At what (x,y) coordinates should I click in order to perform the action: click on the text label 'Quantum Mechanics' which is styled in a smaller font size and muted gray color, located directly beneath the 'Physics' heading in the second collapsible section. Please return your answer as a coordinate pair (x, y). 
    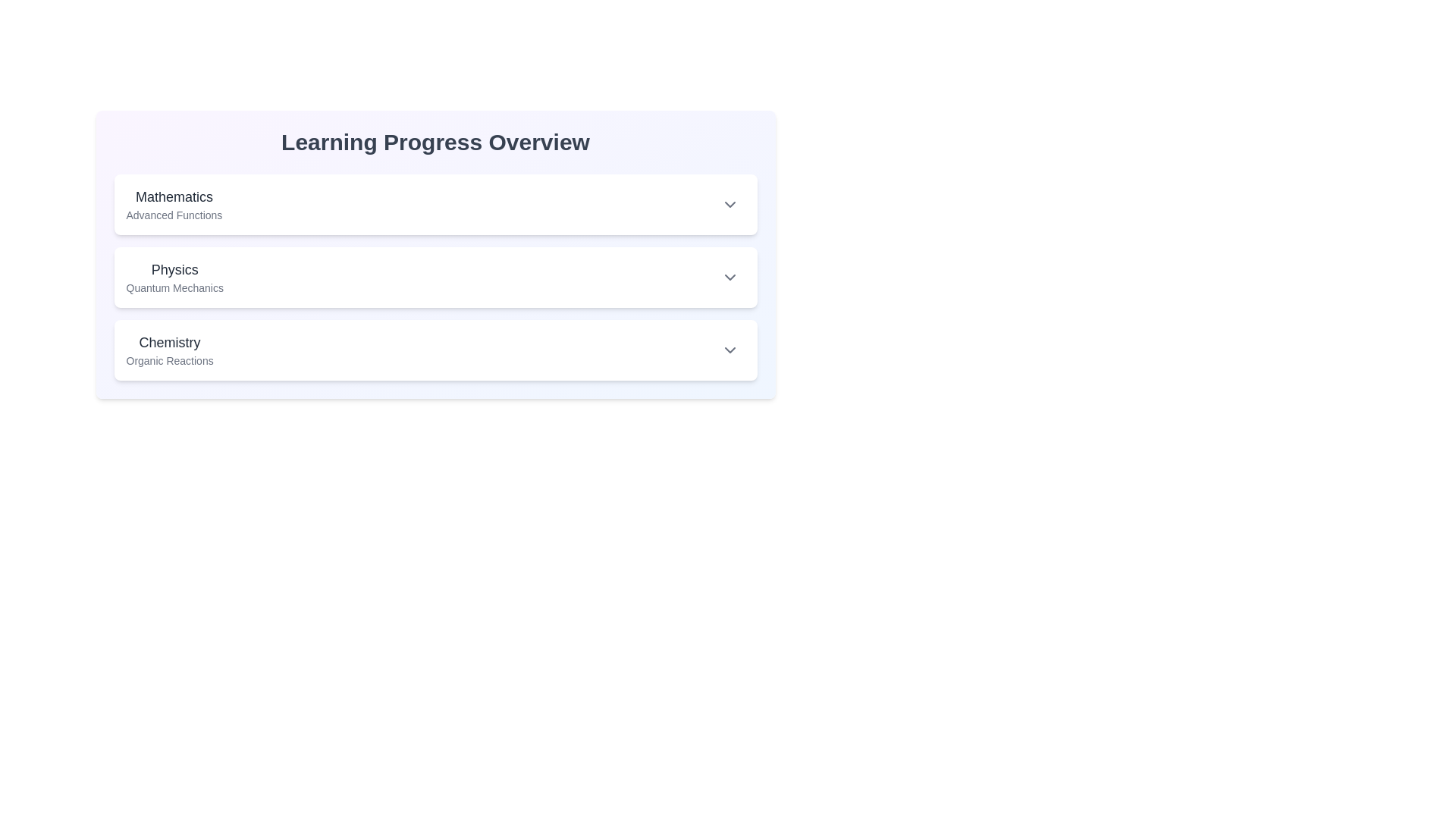
    Looking at the image, I should click on (174, 288).